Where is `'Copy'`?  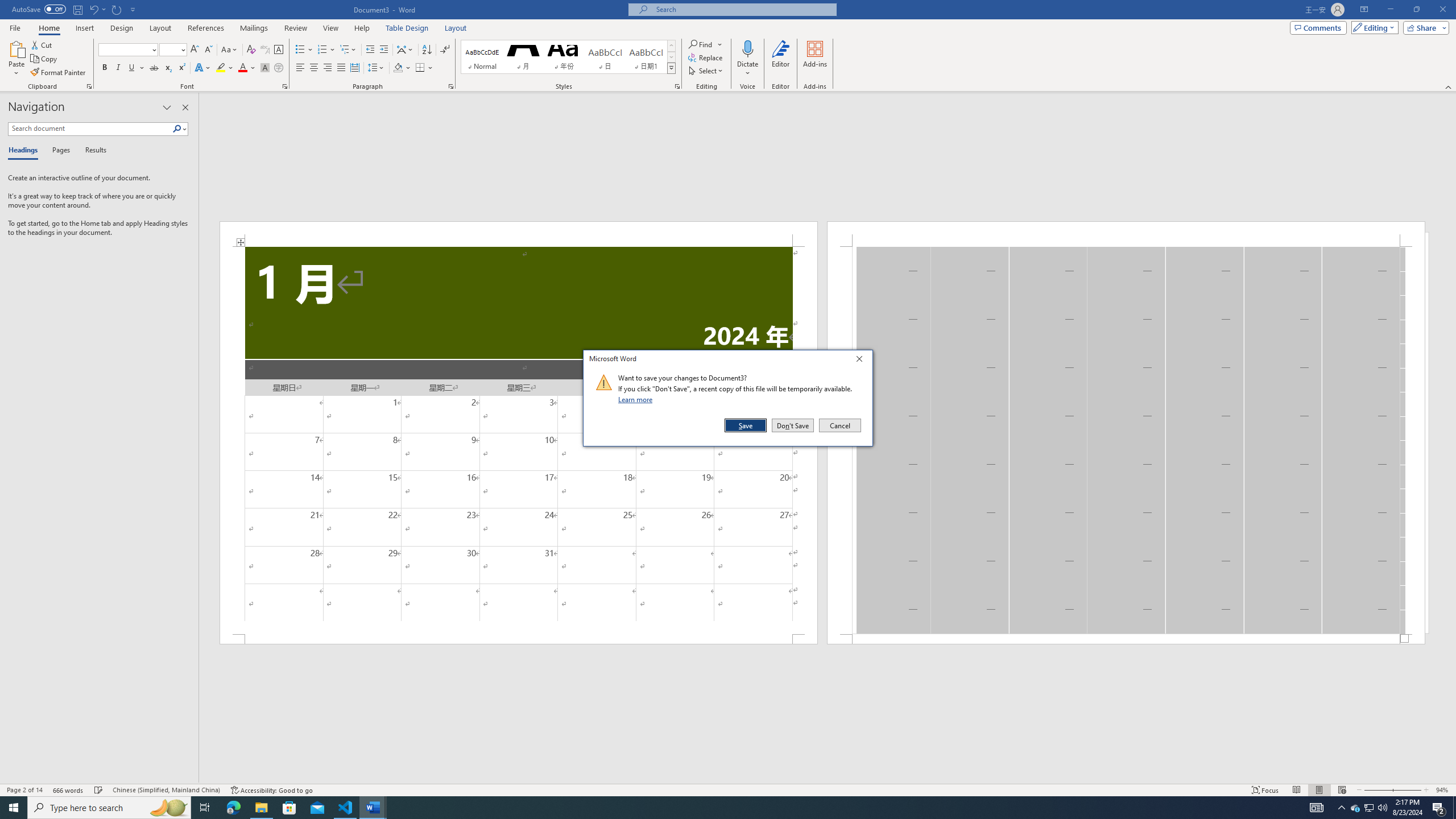 'Copy' is located at coordinates (44, 59).